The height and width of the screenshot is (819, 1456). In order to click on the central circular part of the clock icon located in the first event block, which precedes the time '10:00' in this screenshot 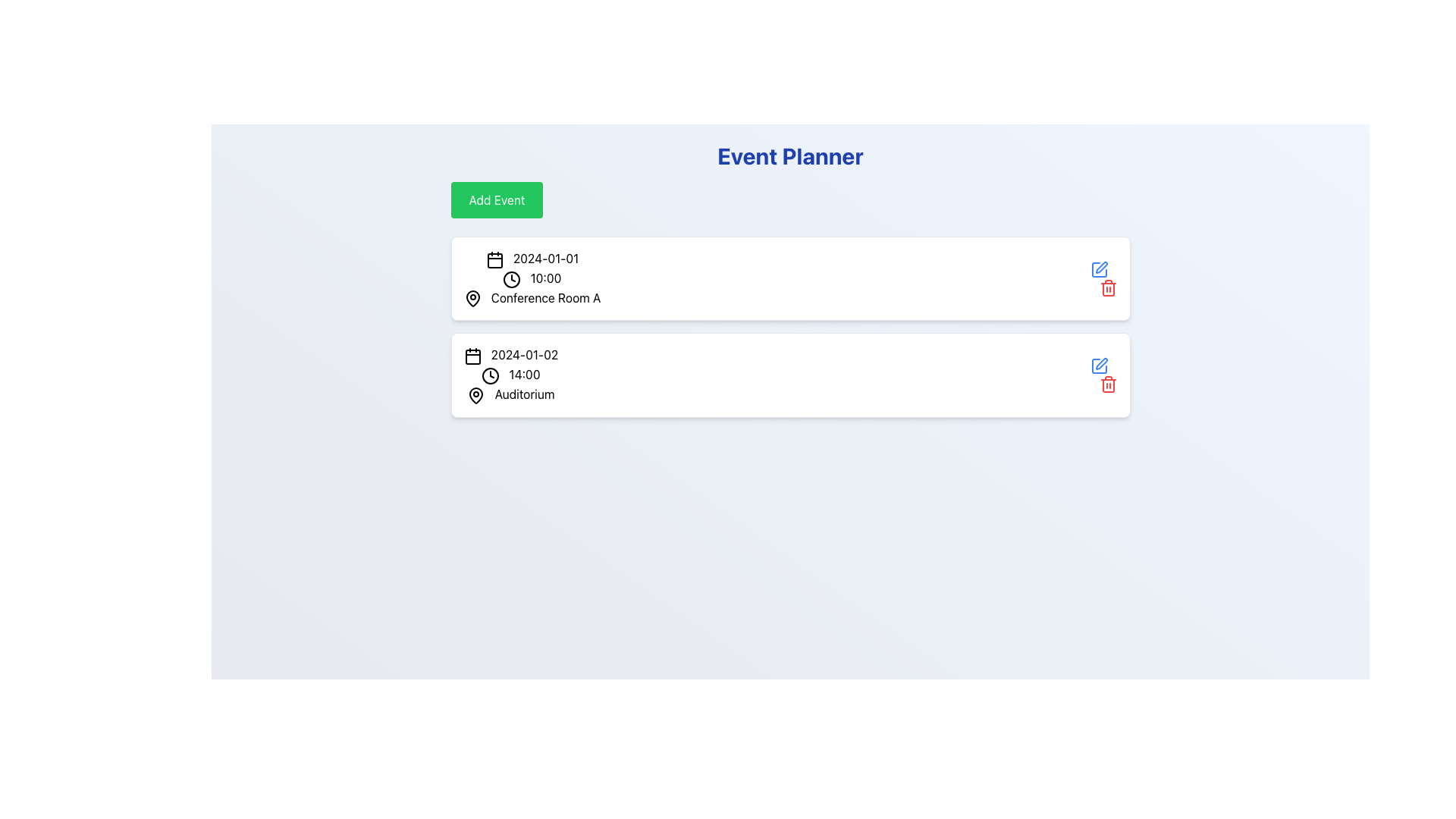, I will do `click(512, 279)`.